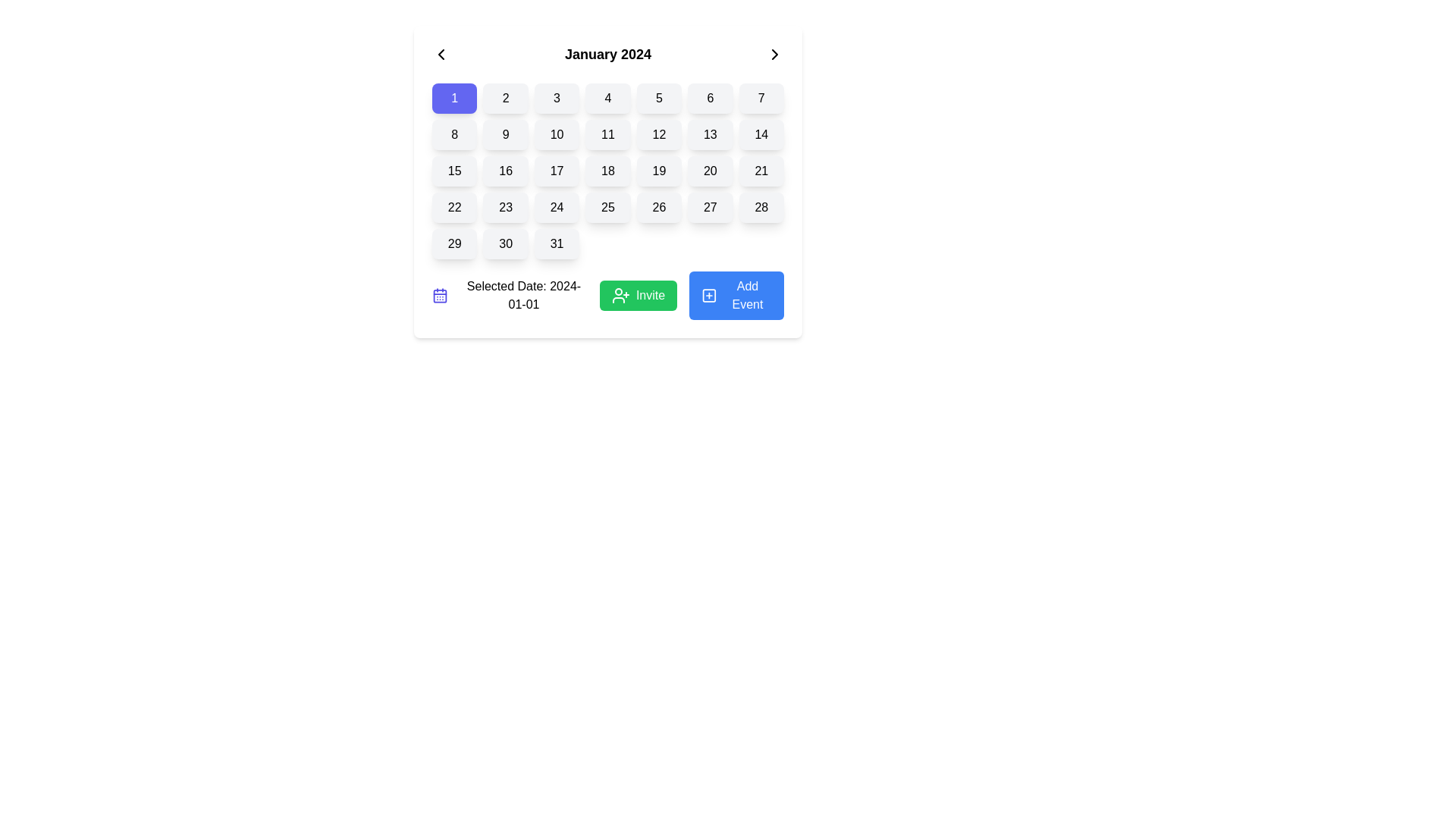 The image size is (1456, 819). What do you see at coordinates (761, 99) in the screenshot?
I see `the square-shaped calendar day button labeled '7'` at bounding box center [761, 99].